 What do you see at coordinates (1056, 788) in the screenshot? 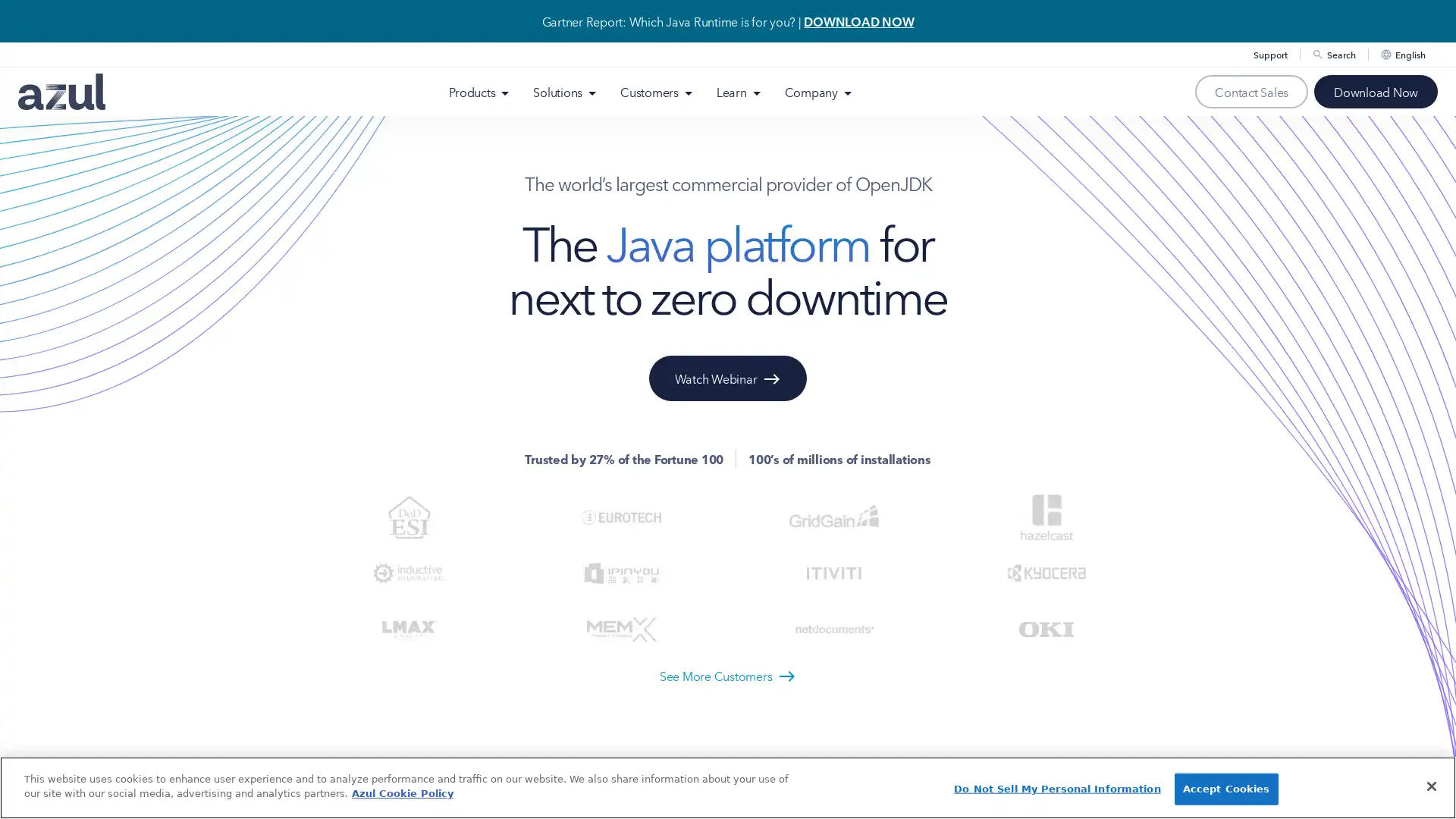
I see `Do Not Sell My Personal Information` at bounding box center [1056, 788].